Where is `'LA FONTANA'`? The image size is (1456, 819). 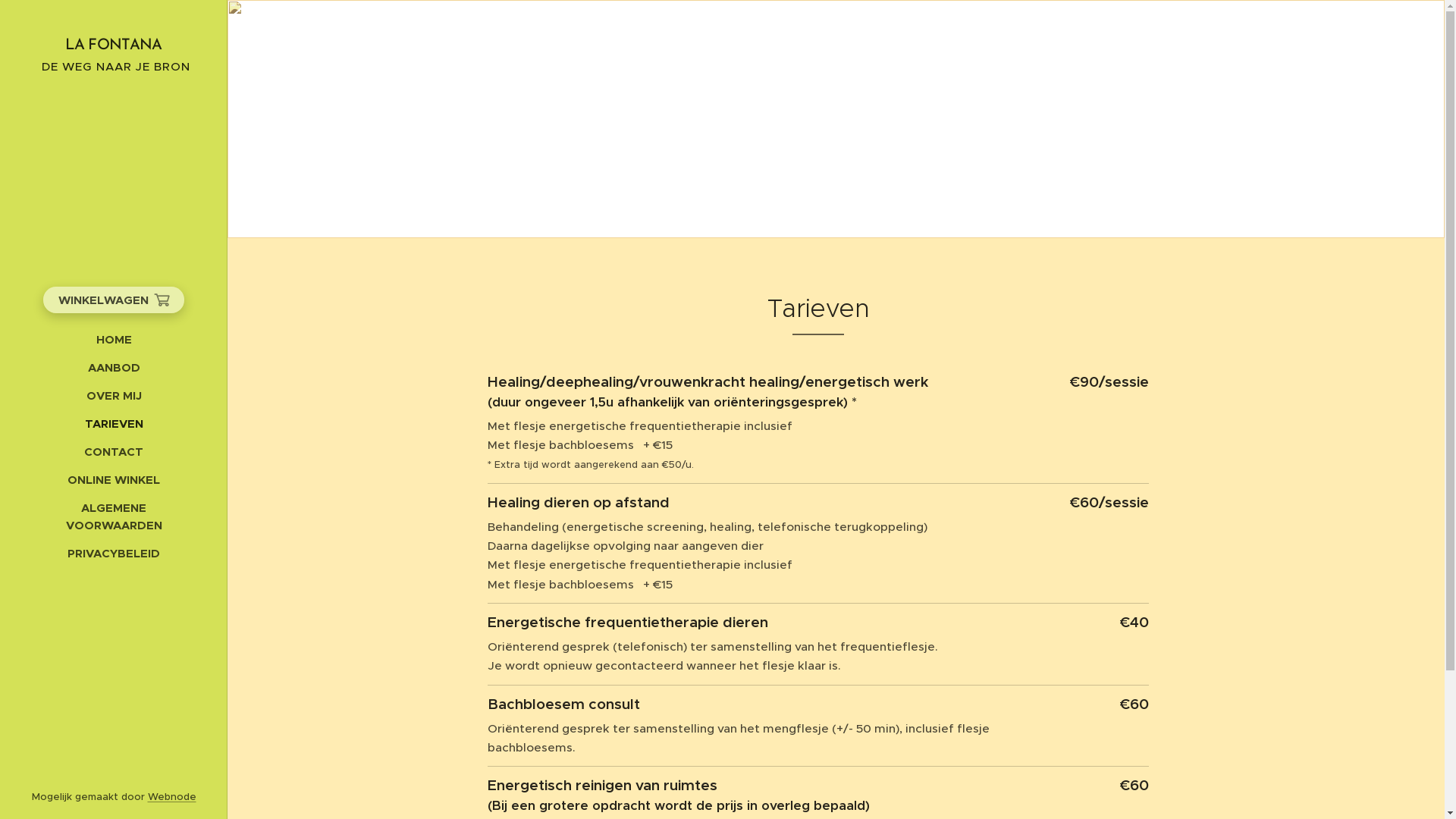 'LA FONTANA' is located at coordinates (112, 42).